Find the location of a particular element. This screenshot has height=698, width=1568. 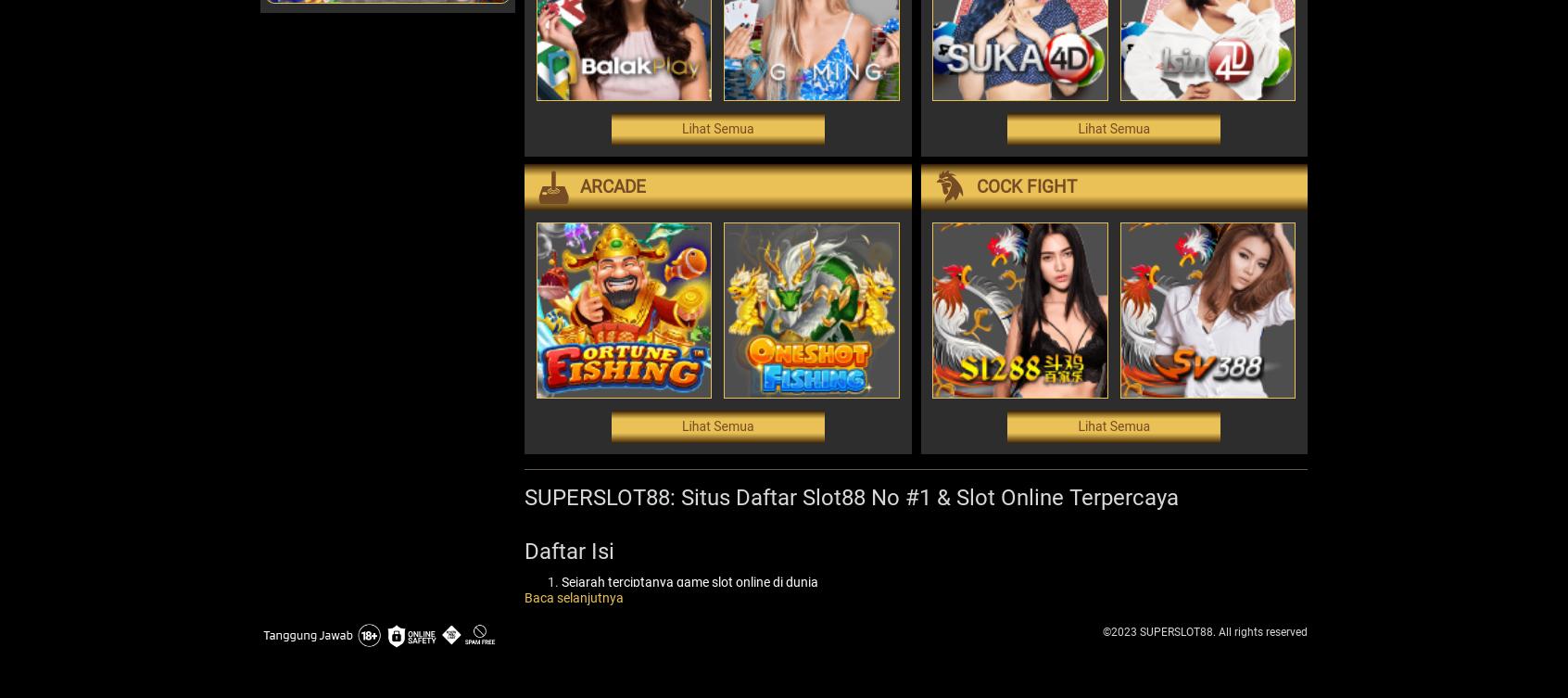

'Sejarah Terciptanya Game Slot Online di Dunia' is located at coordinates (689, 582).